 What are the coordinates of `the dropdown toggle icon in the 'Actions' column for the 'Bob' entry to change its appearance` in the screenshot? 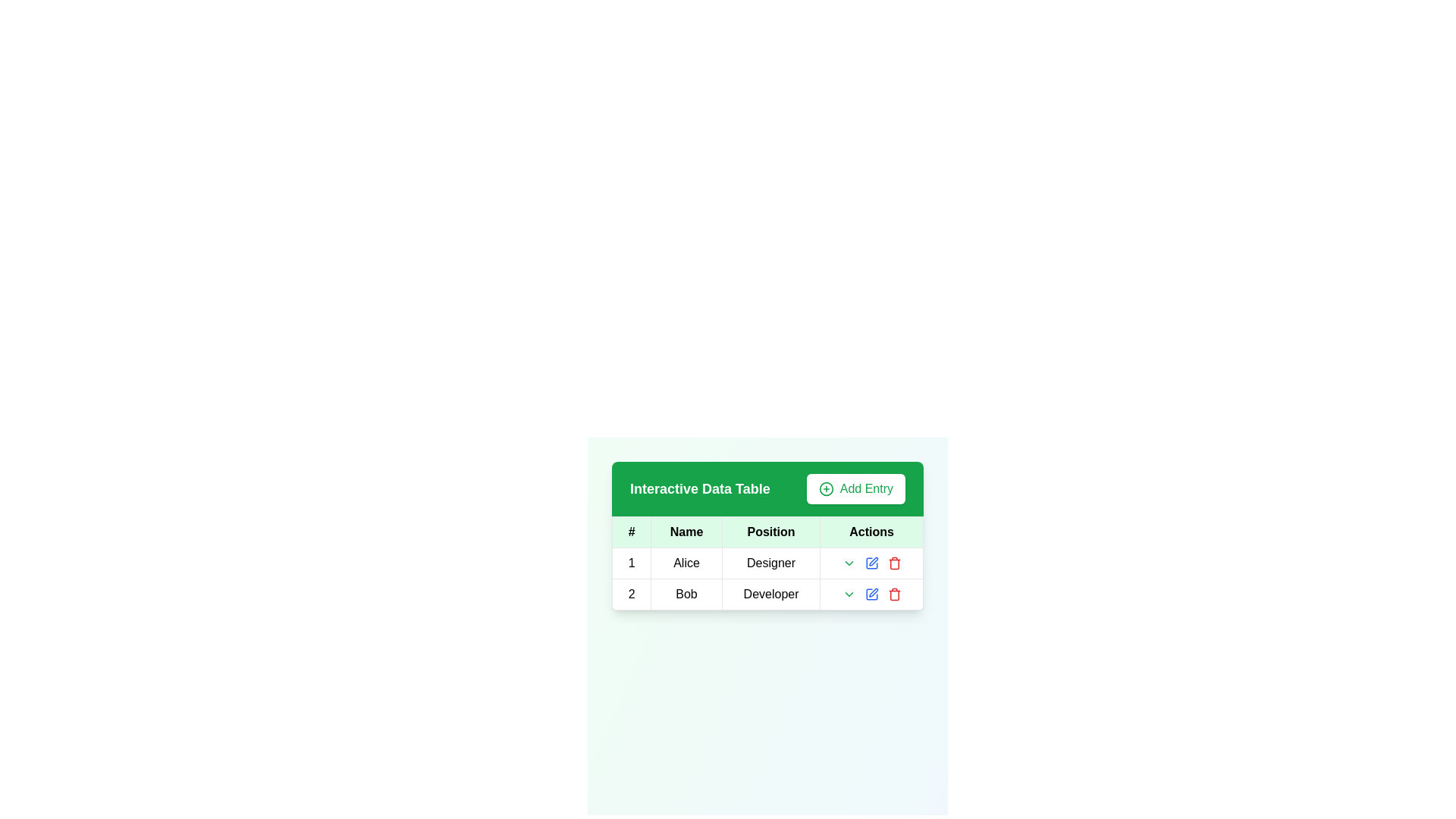 It's located at (848, 593).